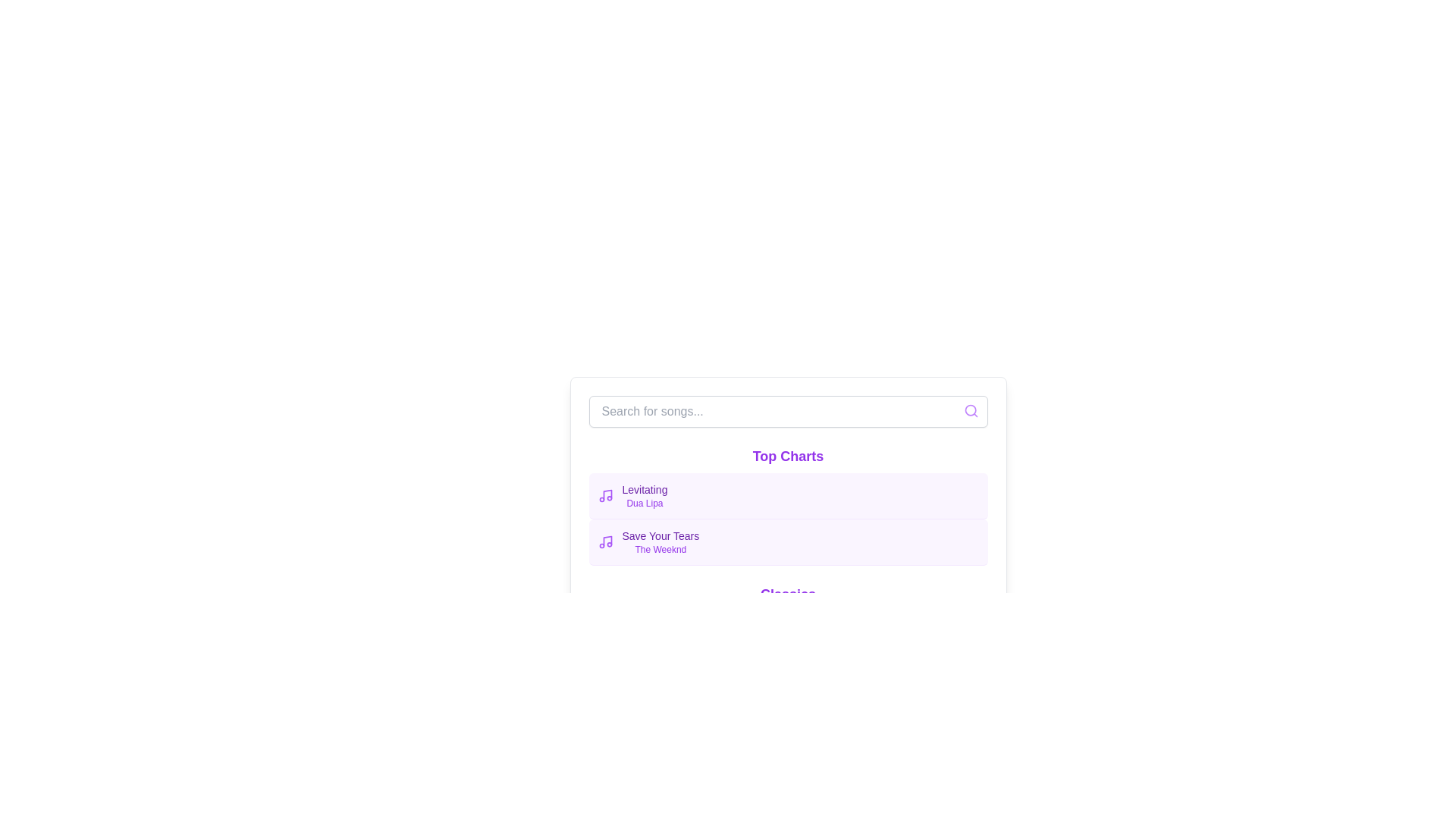 This screenshot has height=819, width=1456. I want to click on text content of the song entry label located under the 'Top Charts' section, which displays the title and artist of the song, so click(645, 496).